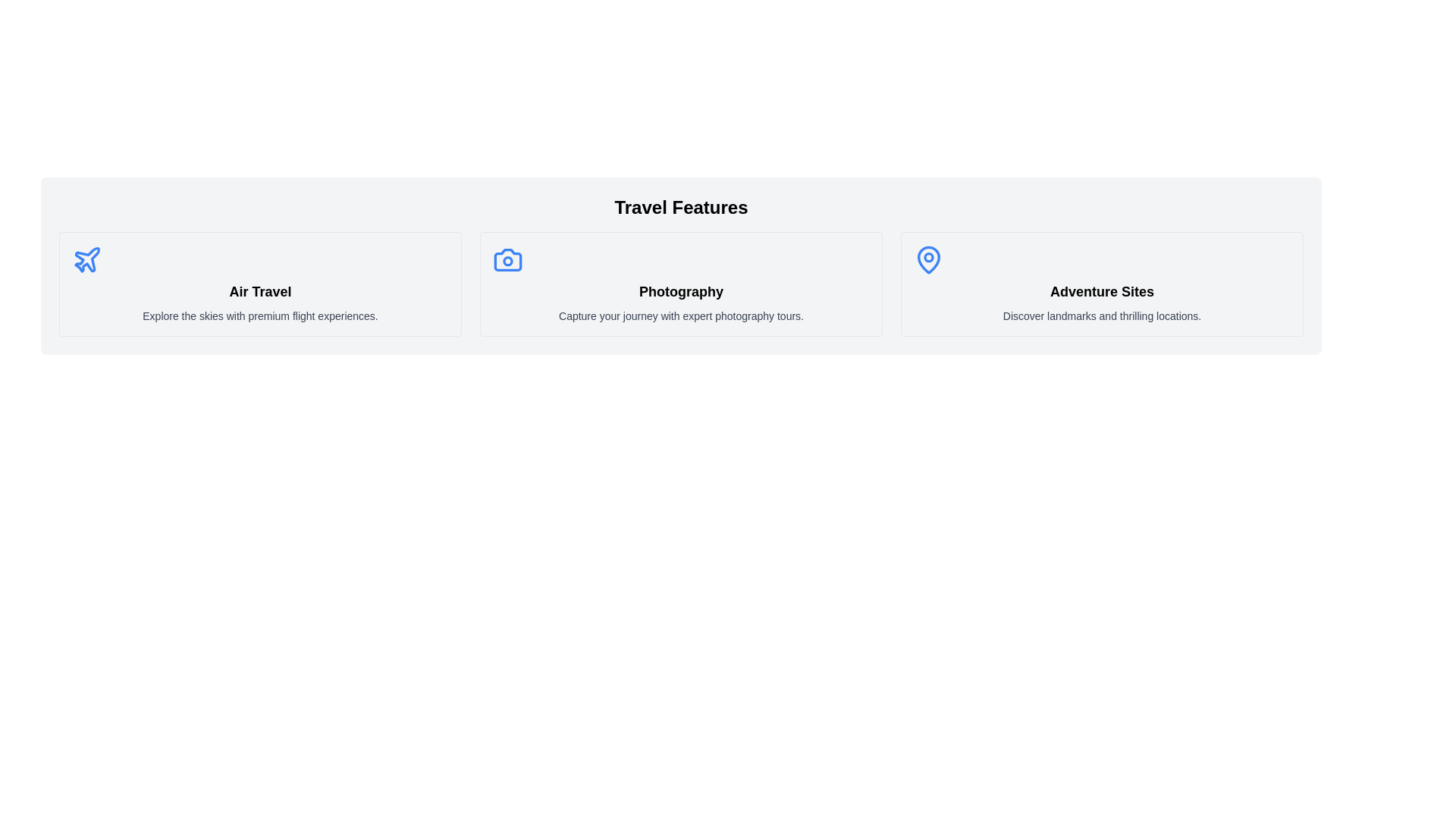 The height and width of the screenshot is (819, 1456). I want to click on the third Card-style button in the grid that directs users to adventure sites, so click(1102, 284).